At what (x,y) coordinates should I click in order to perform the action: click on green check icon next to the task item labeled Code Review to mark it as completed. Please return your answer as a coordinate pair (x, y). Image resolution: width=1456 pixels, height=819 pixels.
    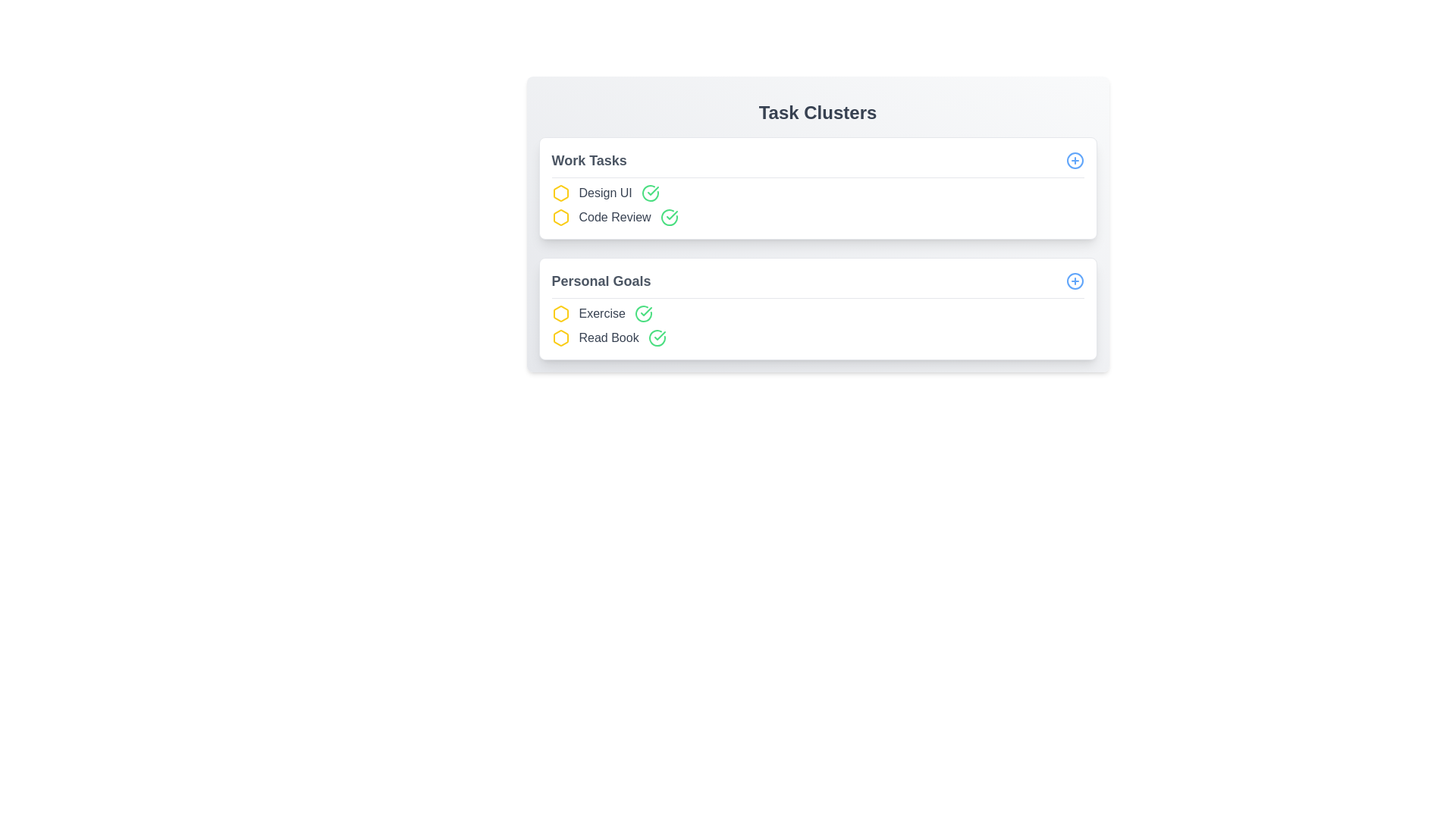
    Looking at the image, I should click on (668, 217).